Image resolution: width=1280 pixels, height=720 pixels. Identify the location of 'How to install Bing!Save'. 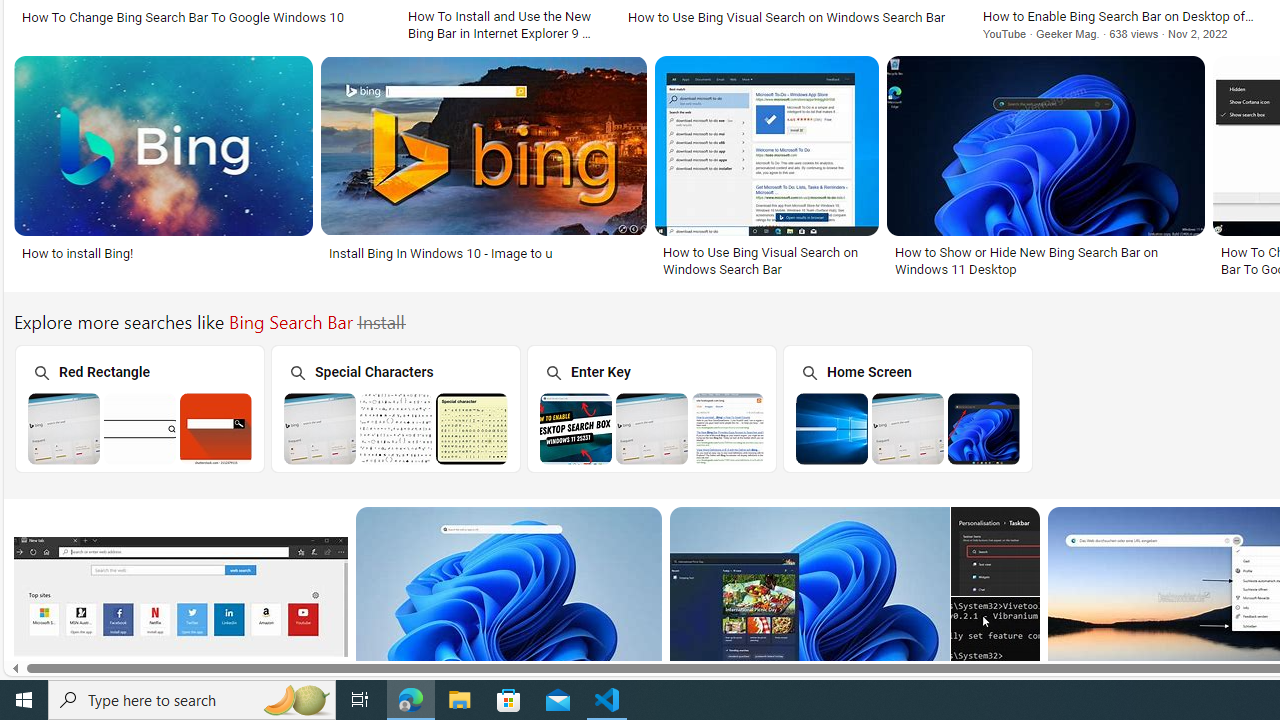
(167, 168).